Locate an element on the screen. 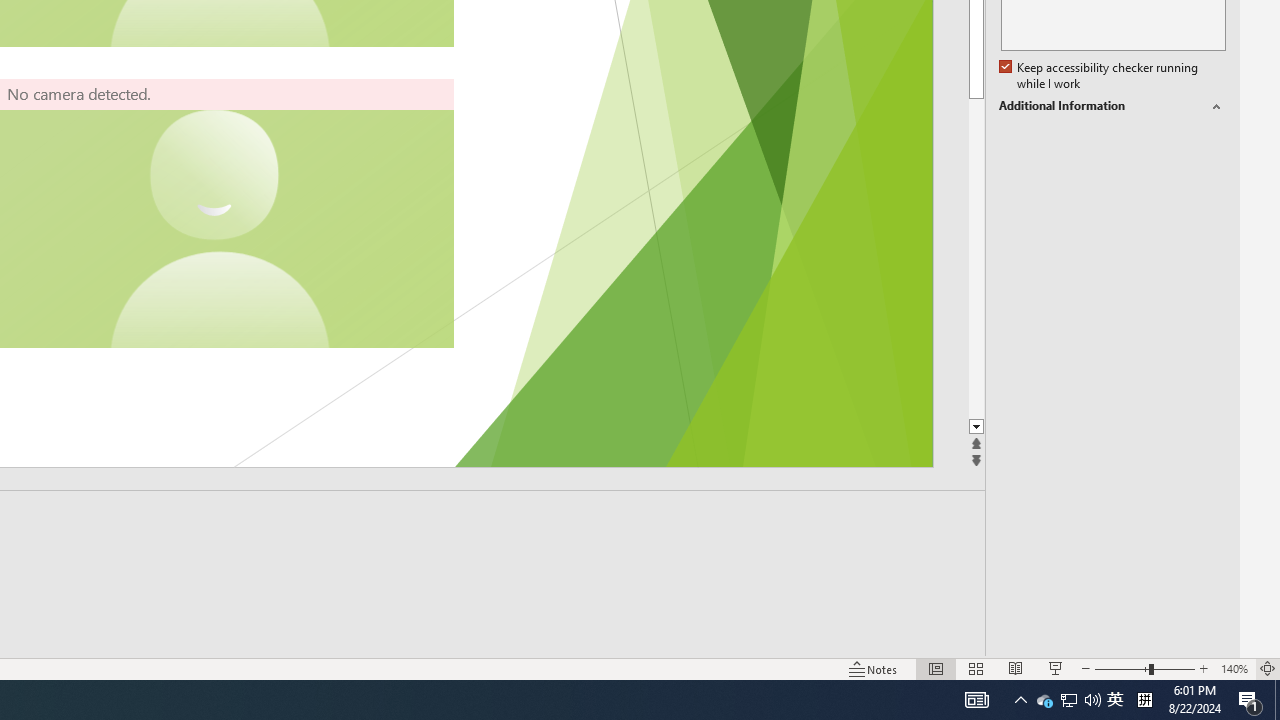 Image resolution: width=1280 pixels, height=720 pixels. 'Additional Information' is located at coordinates (1111, 106).